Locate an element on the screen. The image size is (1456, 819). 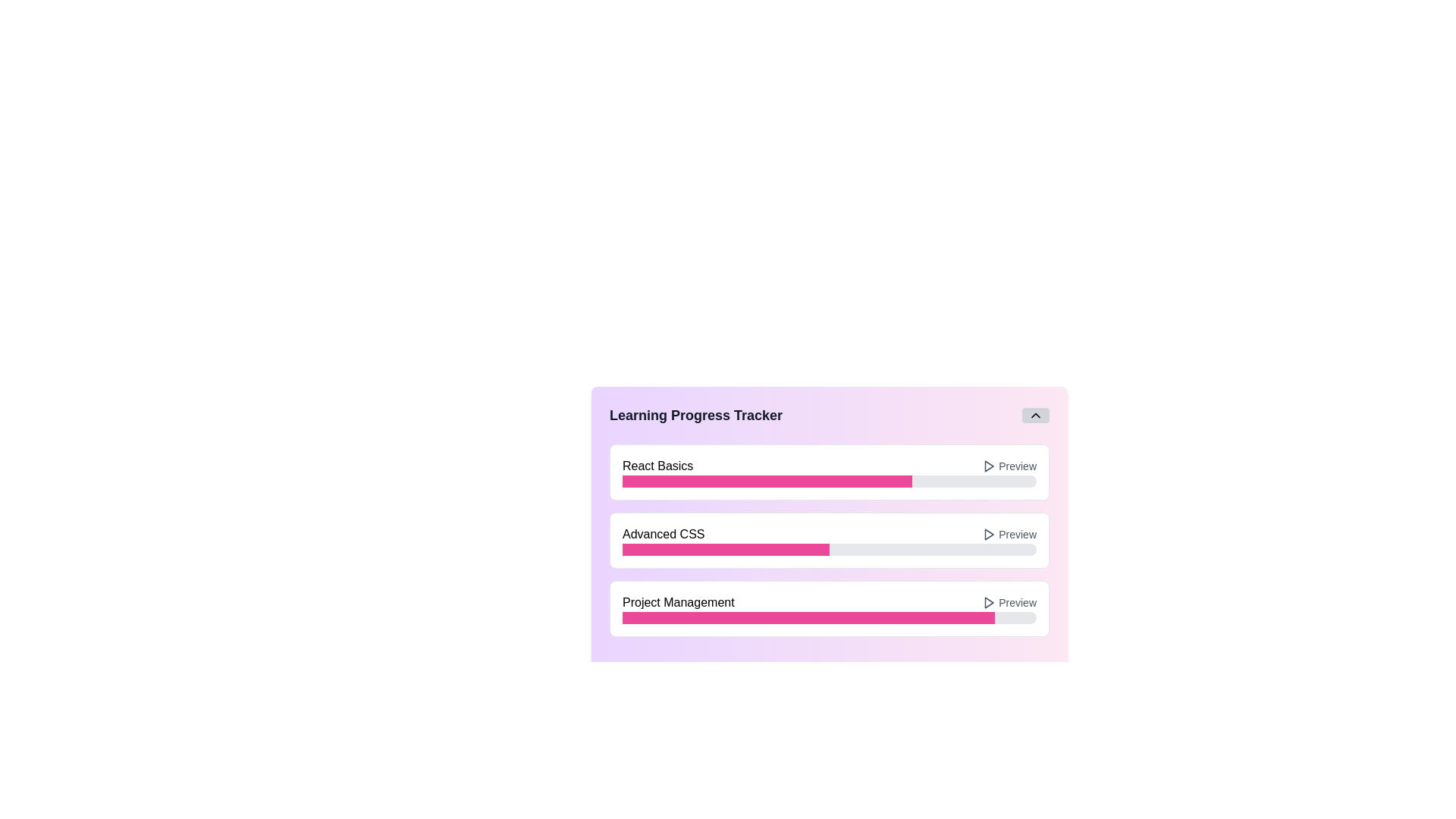
the progress bar indicating the completion of 'React Basics' is located at coordinates (829, 547).